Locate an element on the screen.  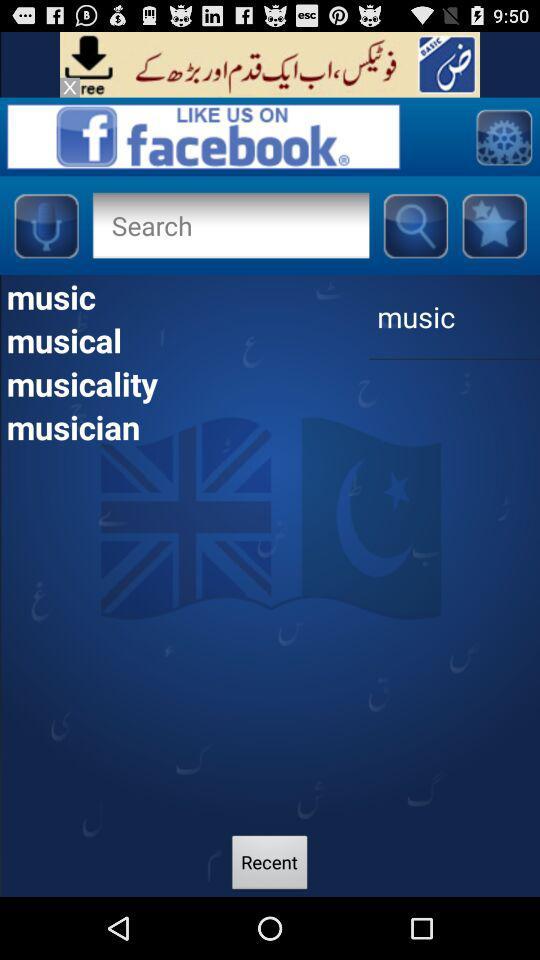
facebook is located at coordinates (493, 225).